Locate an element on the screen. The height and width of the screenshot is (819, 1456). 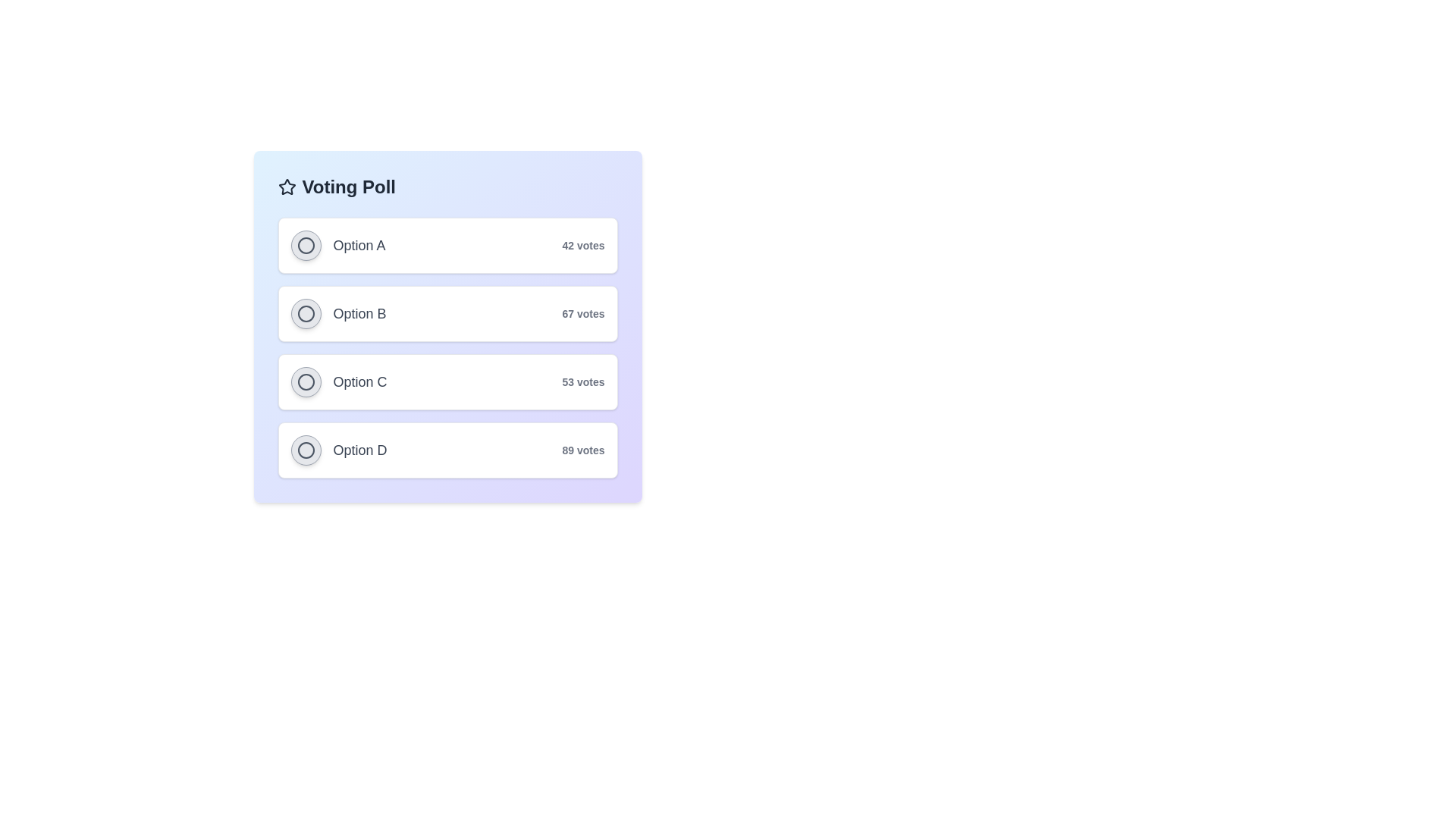
the selectable voting option labeled 'Option B' to provide additional visual feedback is located at coordinates (447, 312).